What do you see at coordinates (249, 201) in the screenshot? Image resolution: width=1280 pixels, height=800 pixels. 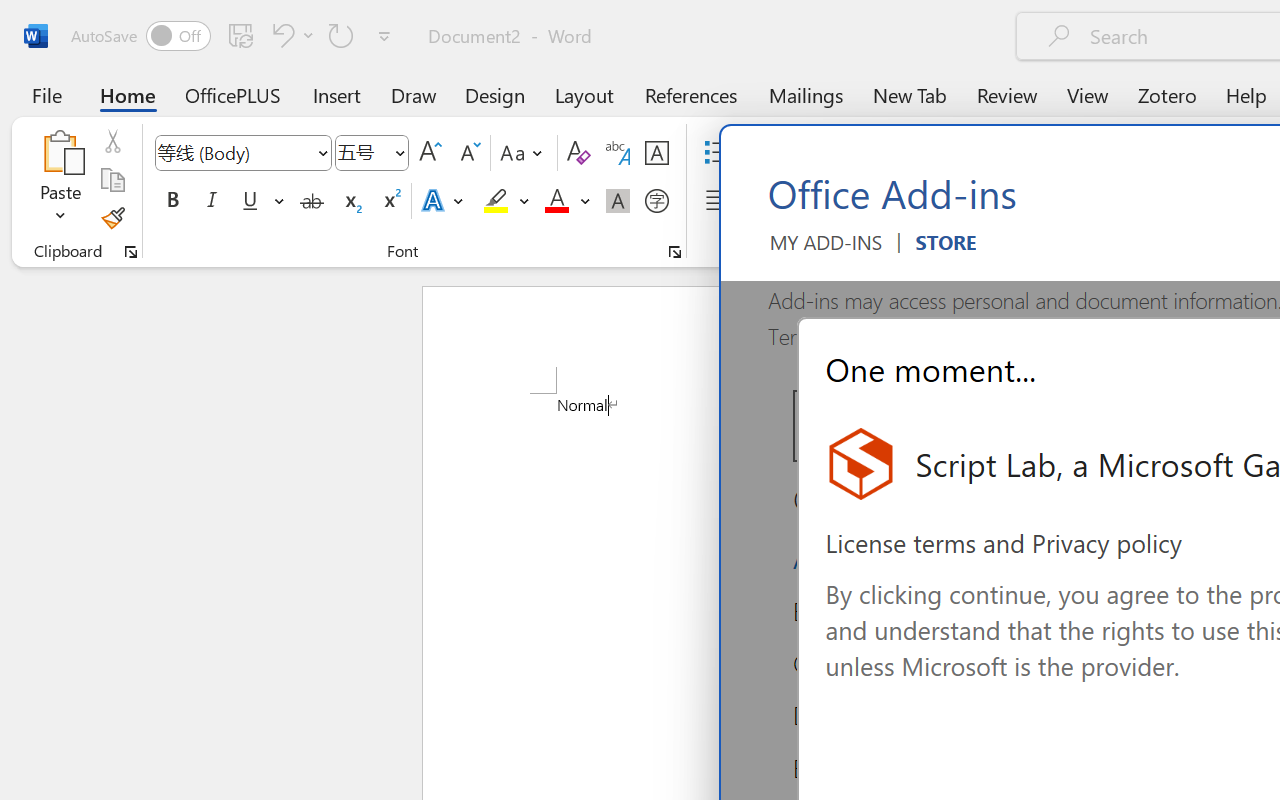 I see `'Underline'` at bounding box center [249, 201].